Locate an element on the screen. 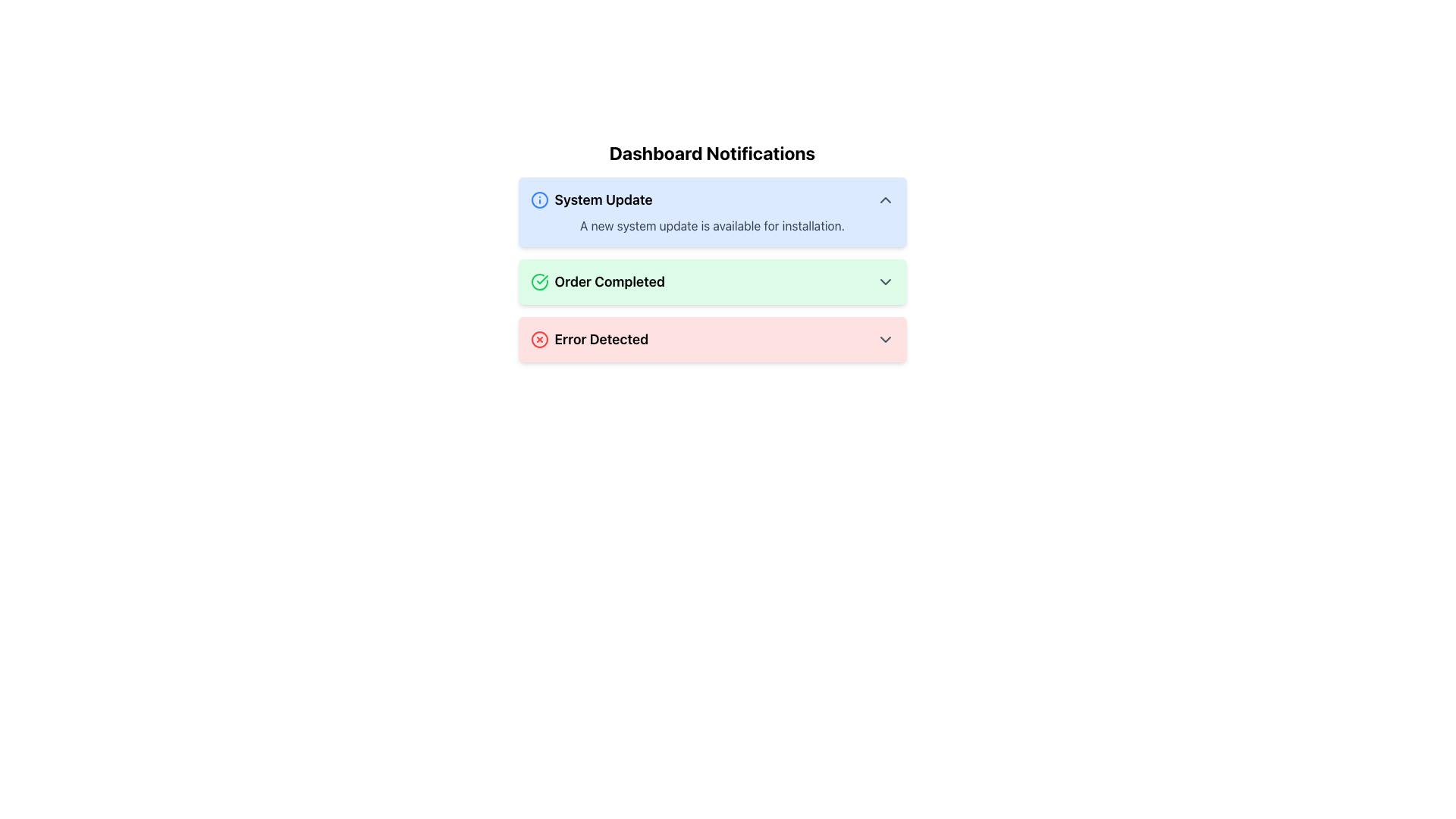  the header text 'Dashboard Notifications' which is a bold, large, centered label at the top of the notifications section is located at coordinates (711, 152).